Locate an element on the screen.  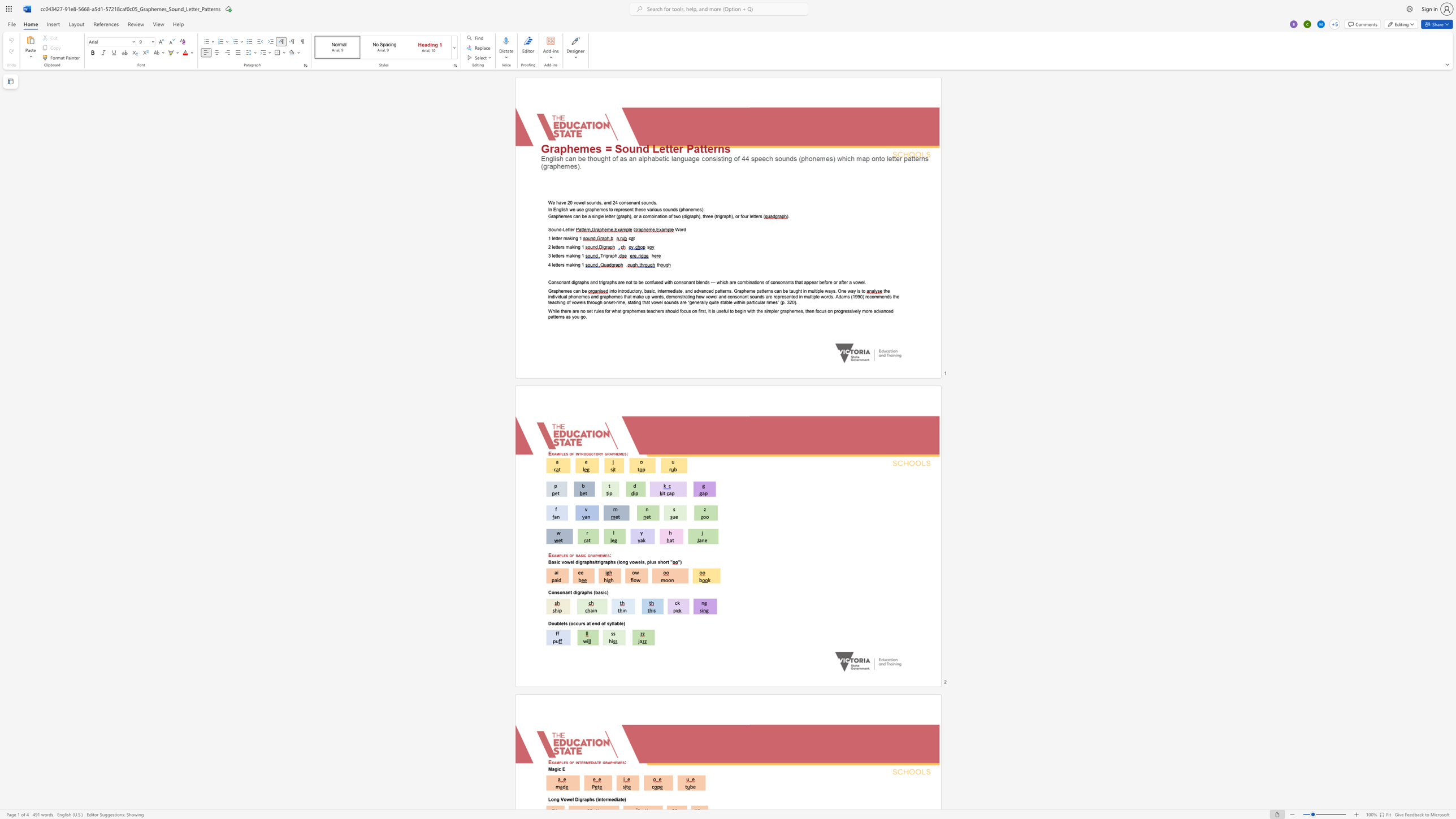
the 1th character "l" in the text is located at coordinates (552, 247).